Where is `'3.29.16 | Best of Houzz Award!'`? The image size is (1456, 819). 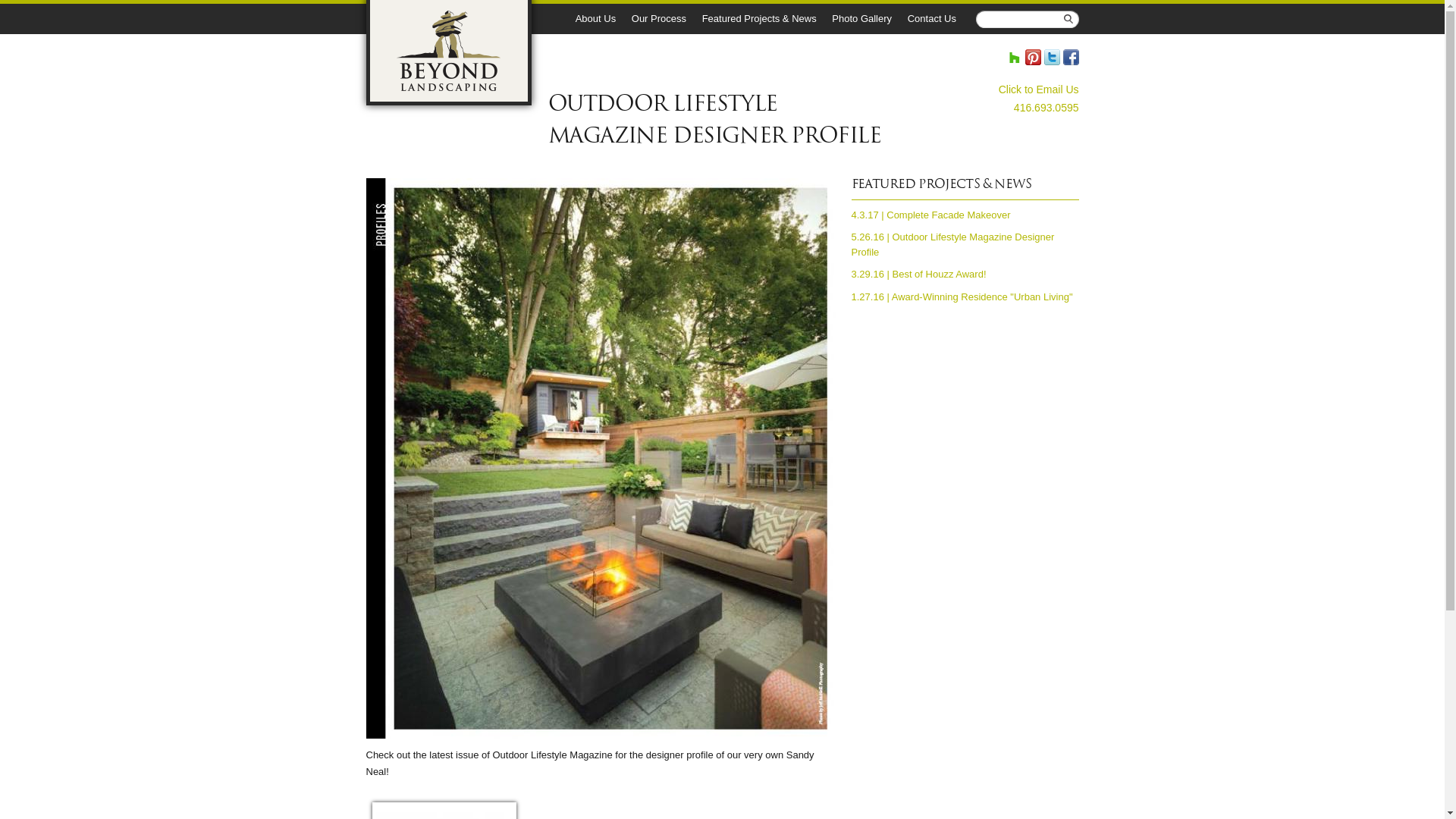
'3.29.16 | Best of Houzz Award!' is located at coordinates (917, 274).